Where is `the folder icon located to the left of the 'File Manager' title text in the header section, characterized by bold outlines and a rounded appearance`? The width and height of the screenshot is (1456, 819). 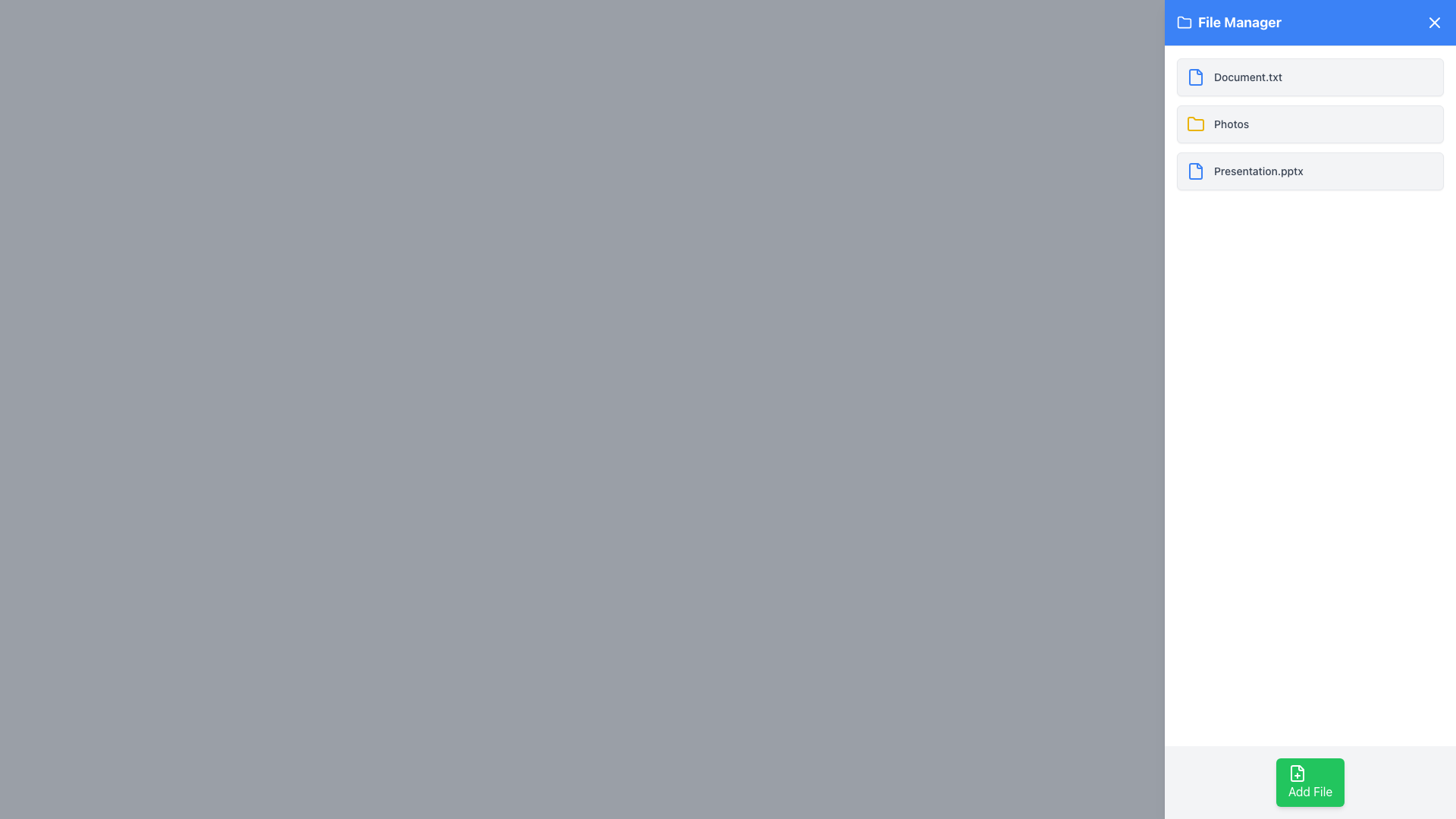 the folder icon located to the left of the 'File Manager' title text in the header section, characterized by bold outlines and a rounded appearance is located at coordinates (1183, 23).